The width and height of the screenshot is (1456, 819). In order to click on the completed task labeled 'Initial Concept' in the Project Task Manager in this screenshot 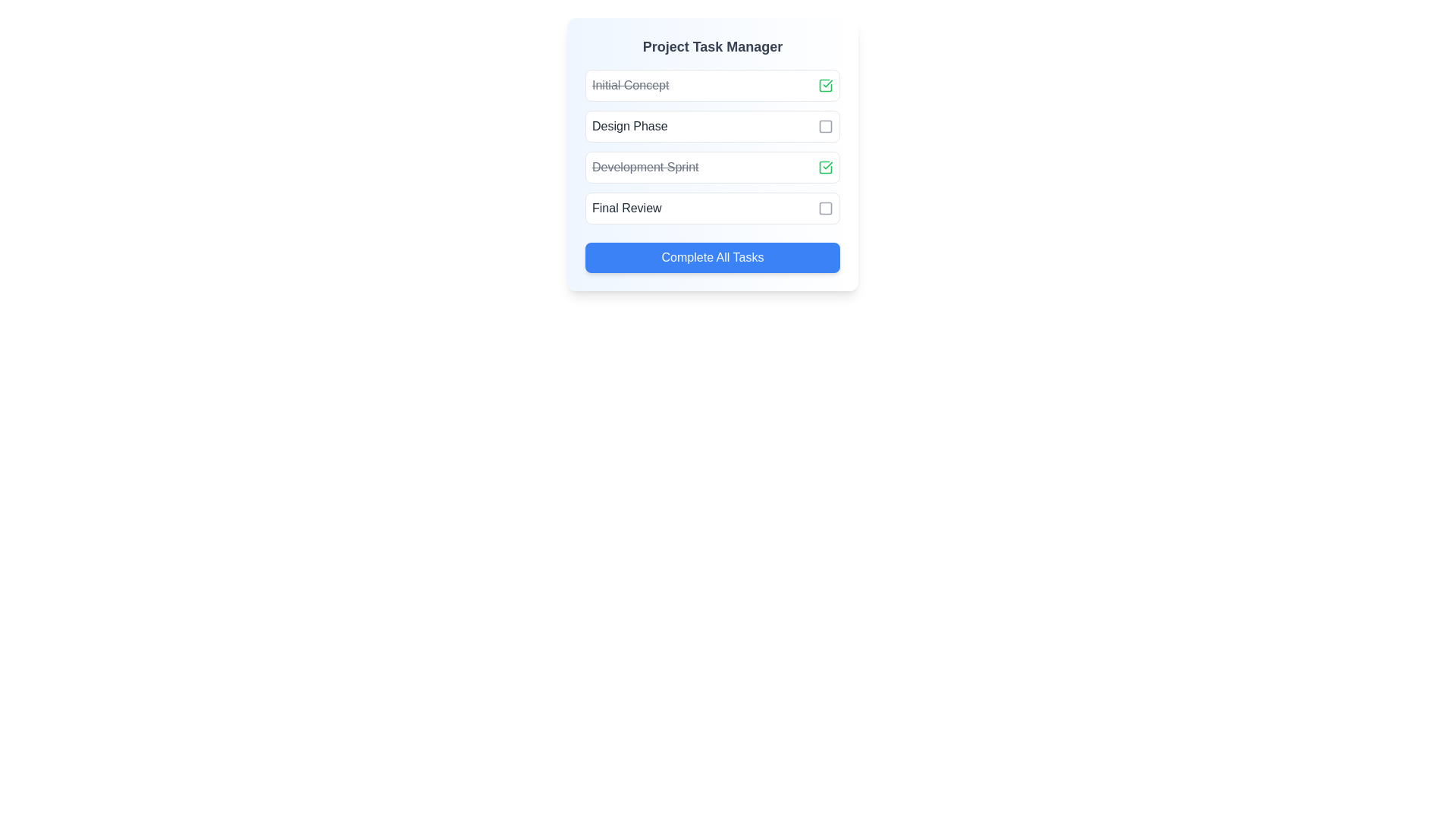, I will do `click(712, 85)`.